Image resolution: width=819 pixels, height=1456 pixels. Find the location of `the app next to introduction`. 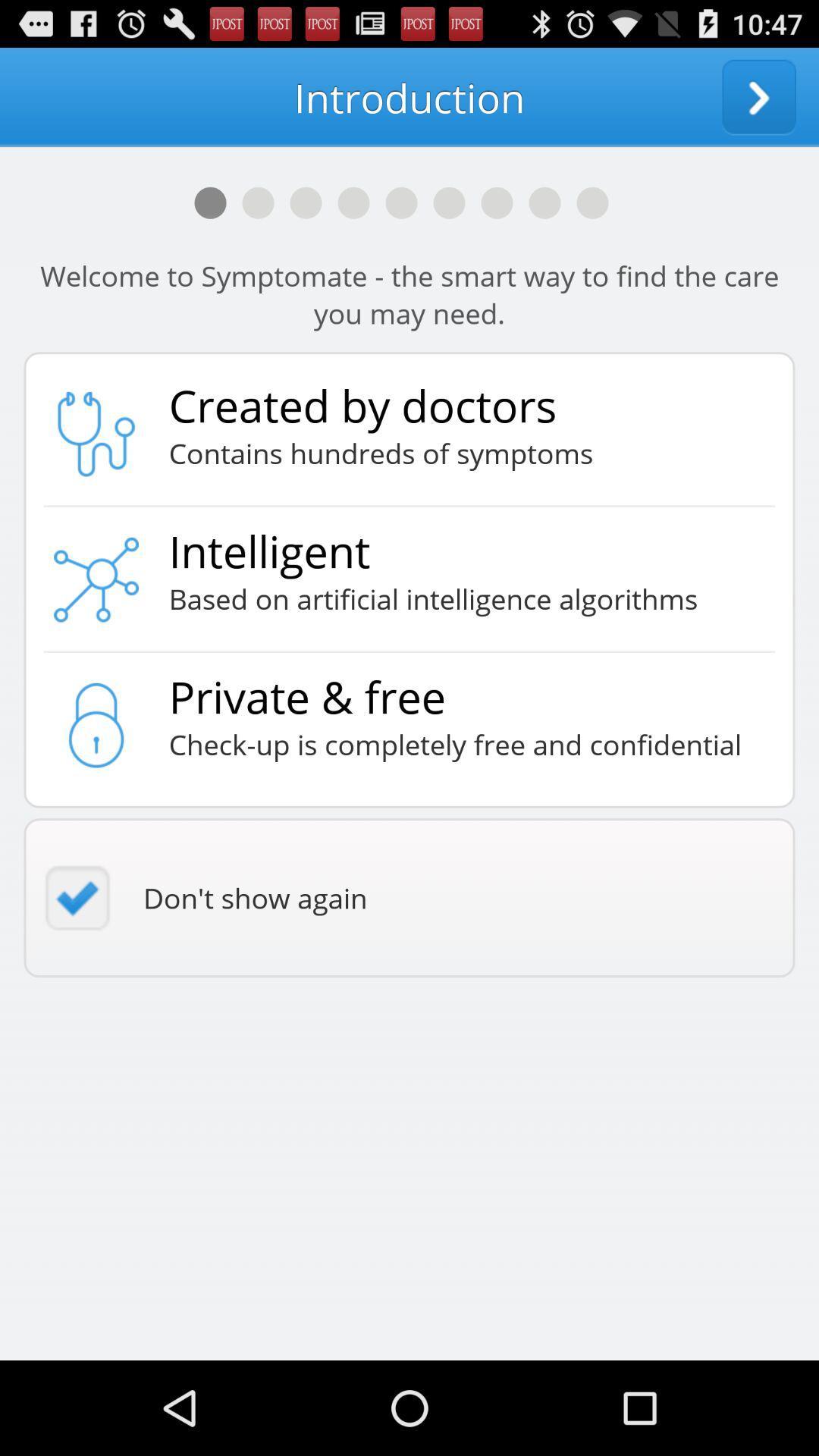

the app next to introduction is located at coordinates (759, 96).